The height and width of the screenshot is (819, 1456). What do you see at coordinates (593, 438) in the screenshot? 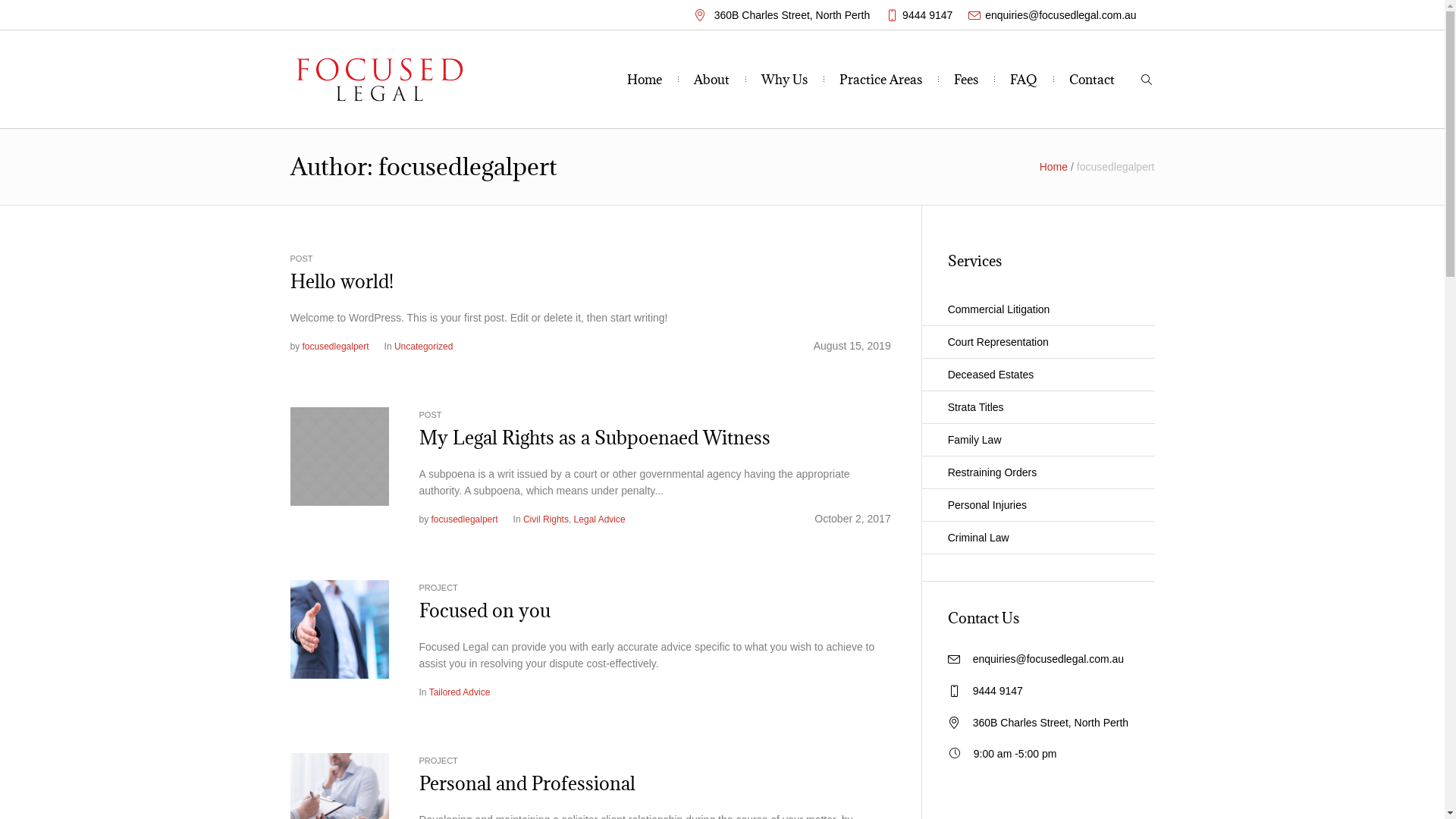
I see `'My Legal Rights as a Subpoenaed Witness'` at bounding box center [593, 438].